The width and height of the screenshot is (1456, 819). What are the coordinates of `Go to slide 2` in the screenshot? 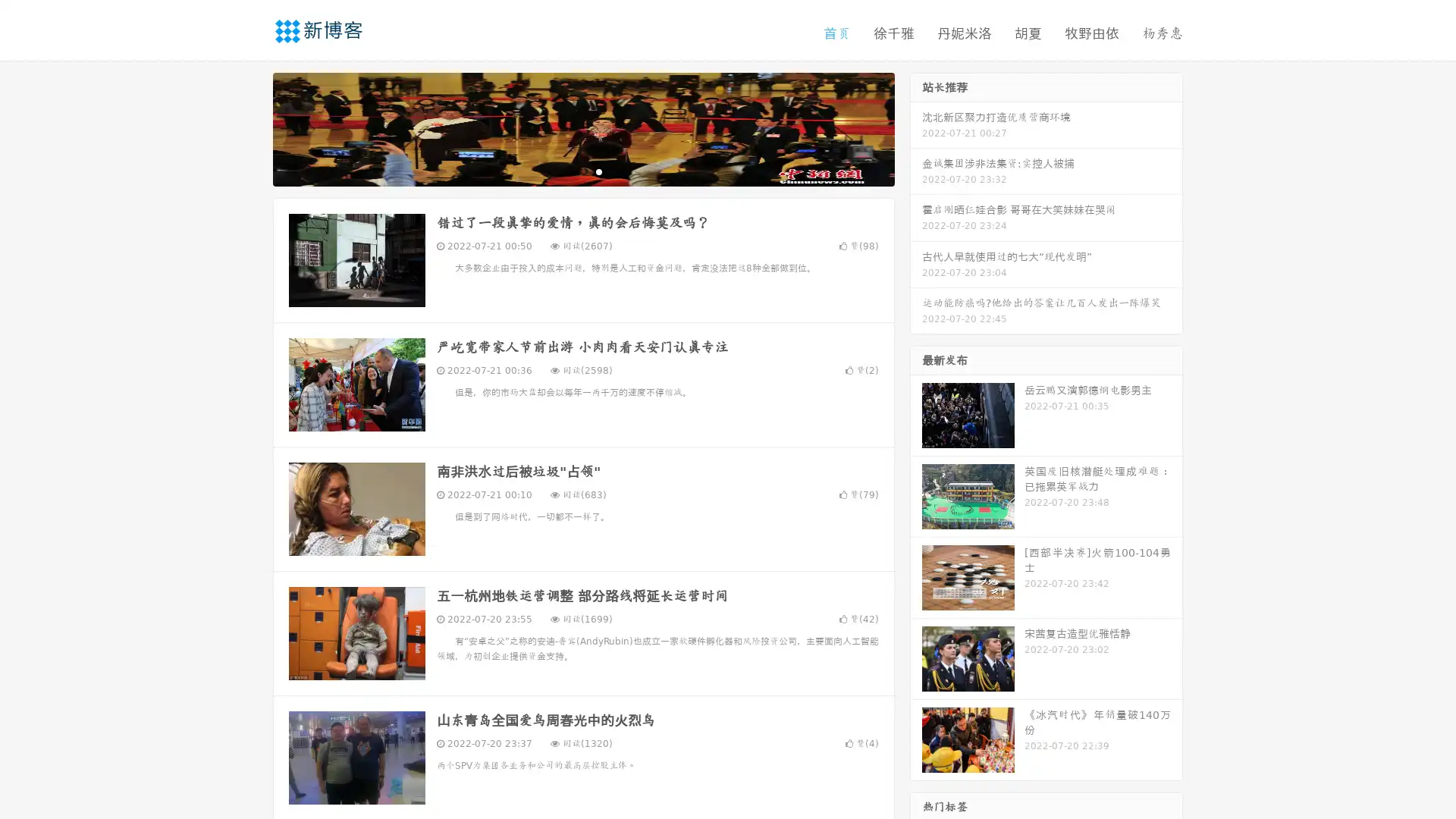 It's located at (582, 171).